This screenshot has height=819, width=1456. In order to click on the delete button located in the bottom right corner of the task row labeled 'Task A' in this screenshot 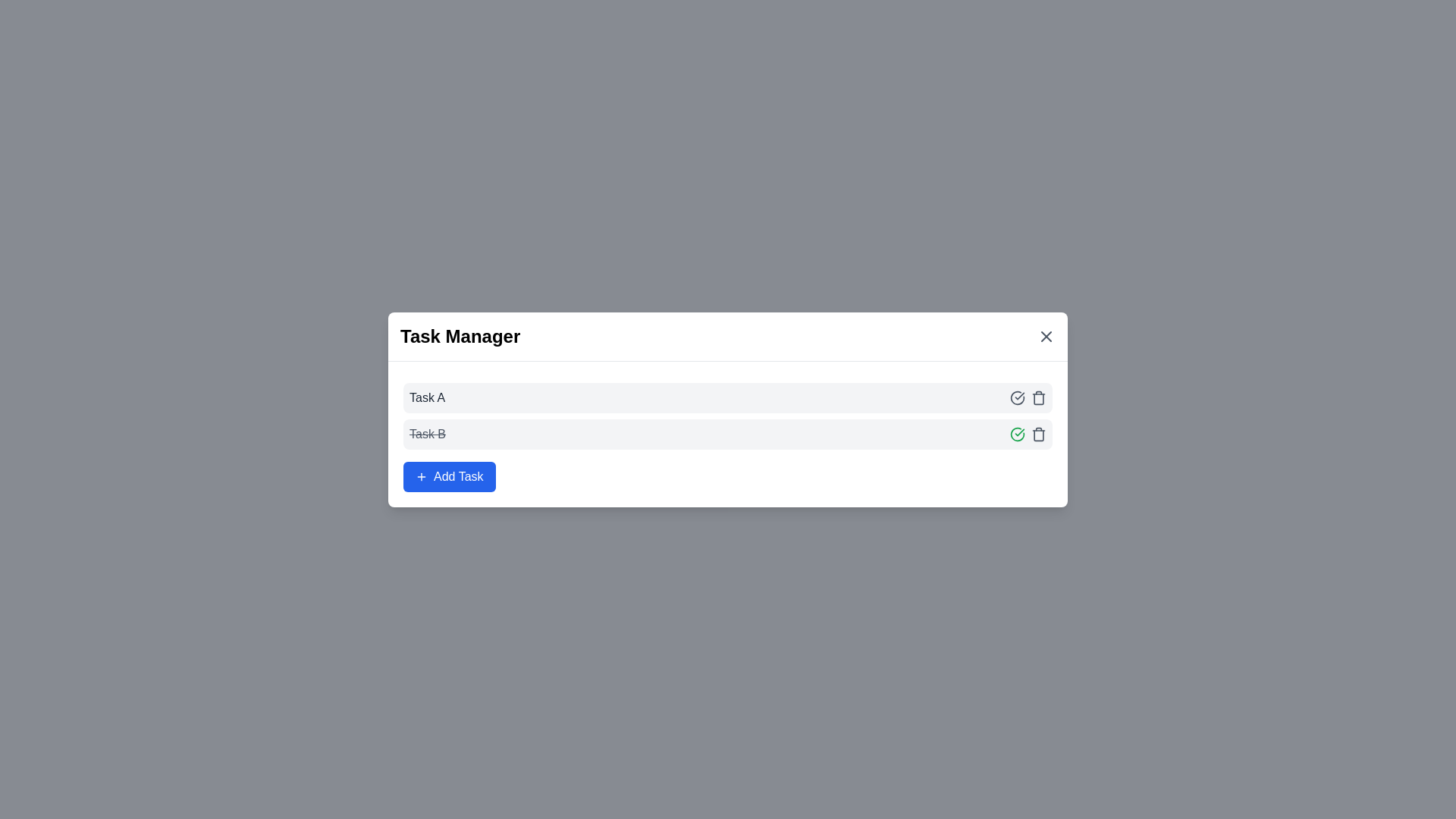, I will do `click(1037, 434)`.